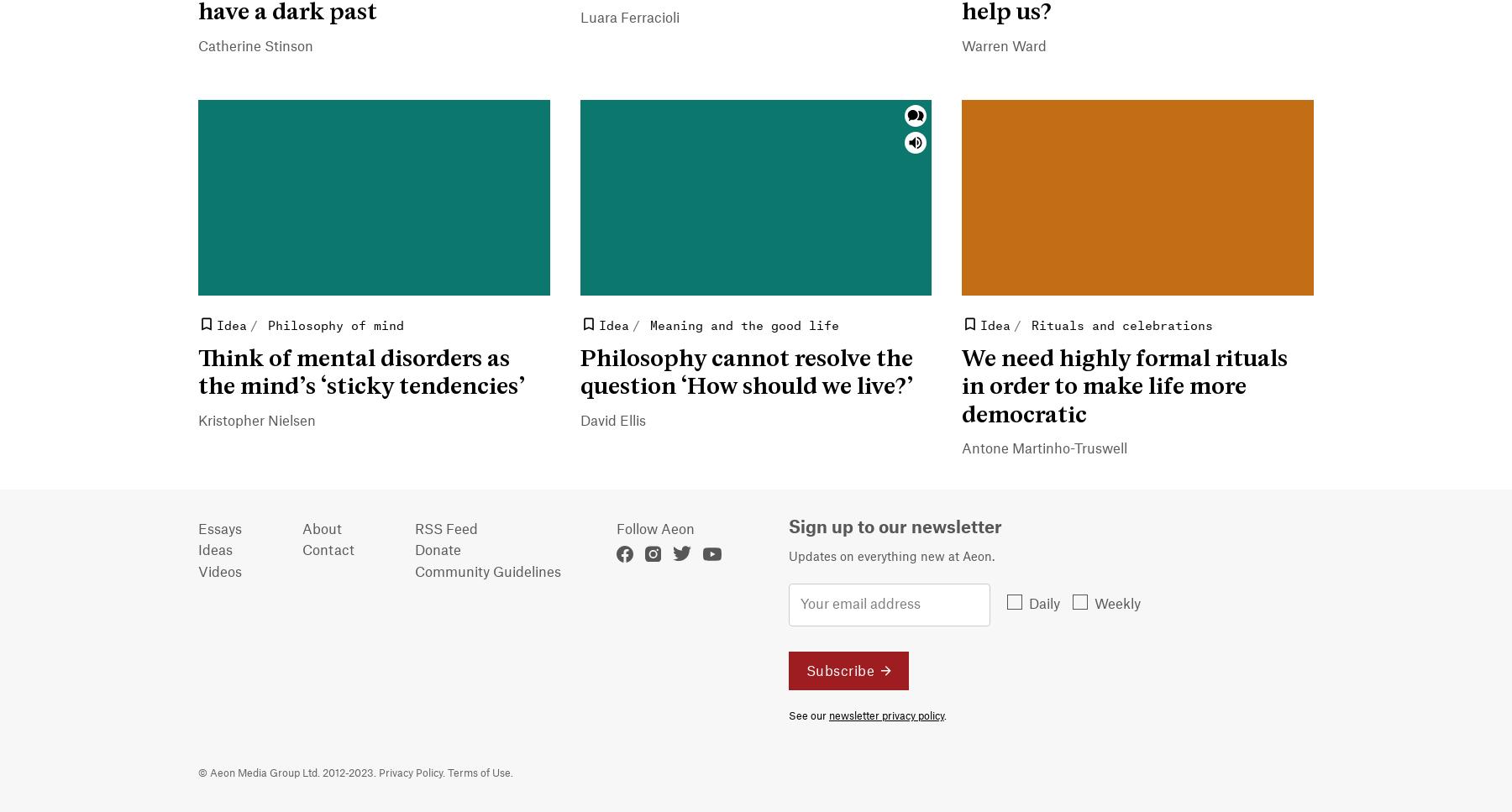 Image resolution: width=1512 pixels, height=812 pixels. What do you see at coordinates (214, 550) in the screenshot?
I see `'Ideas'` at bounding box center [214, 550].